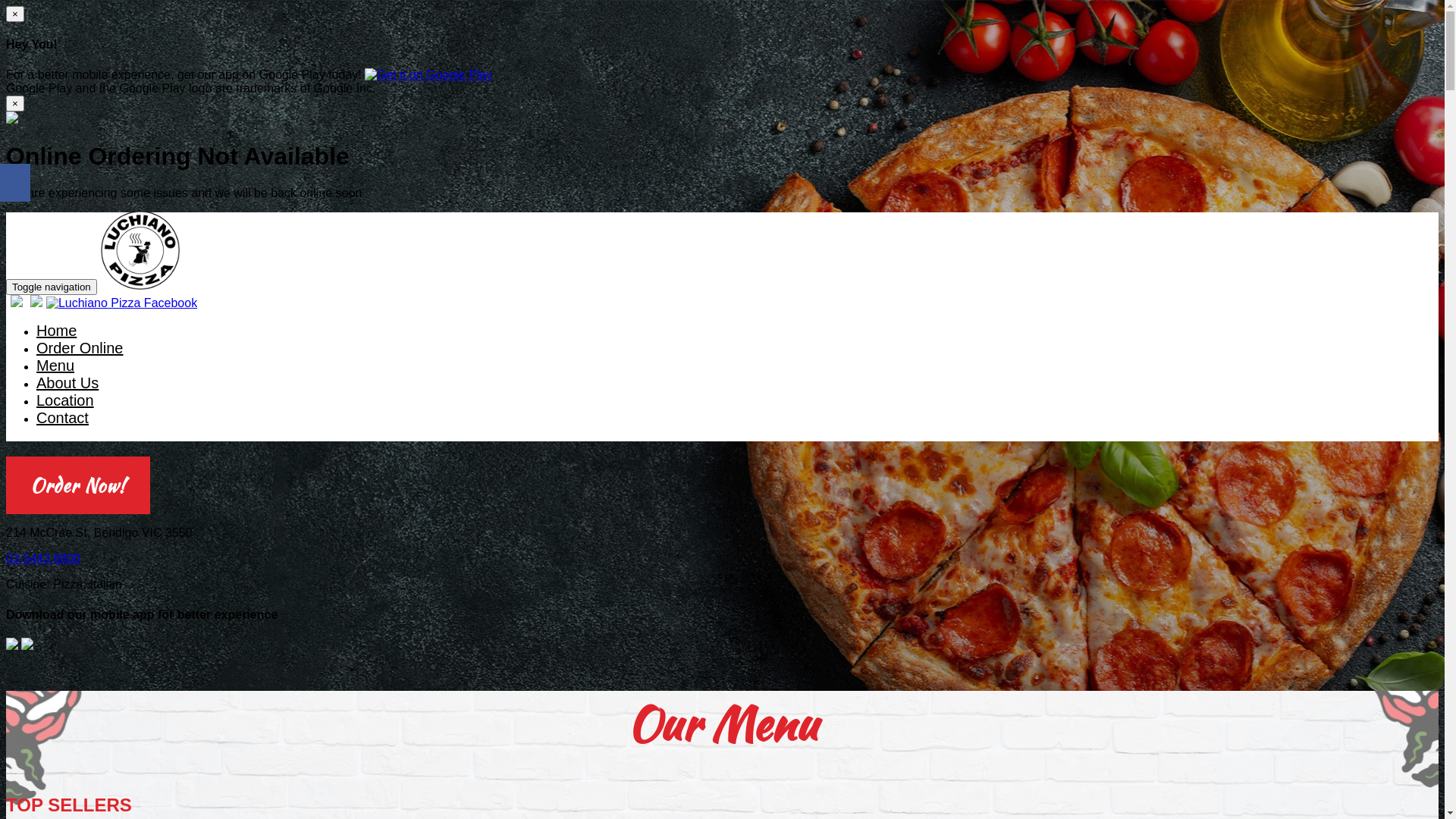 Image resolution: width=1456 pixels, height=819 pixels. I want to click on 'Order Now!', so click(77, 485).